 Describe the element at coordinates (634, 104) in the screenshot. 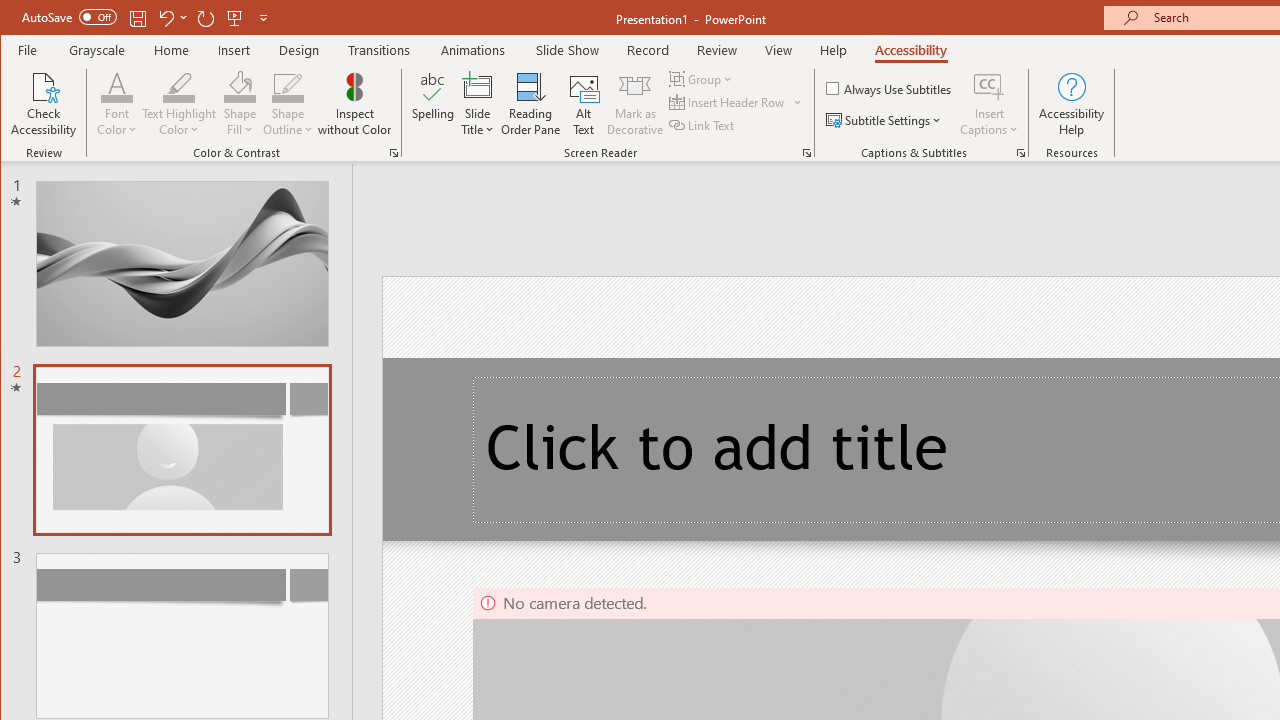

I see `'Mark as Decorative'` at that location.